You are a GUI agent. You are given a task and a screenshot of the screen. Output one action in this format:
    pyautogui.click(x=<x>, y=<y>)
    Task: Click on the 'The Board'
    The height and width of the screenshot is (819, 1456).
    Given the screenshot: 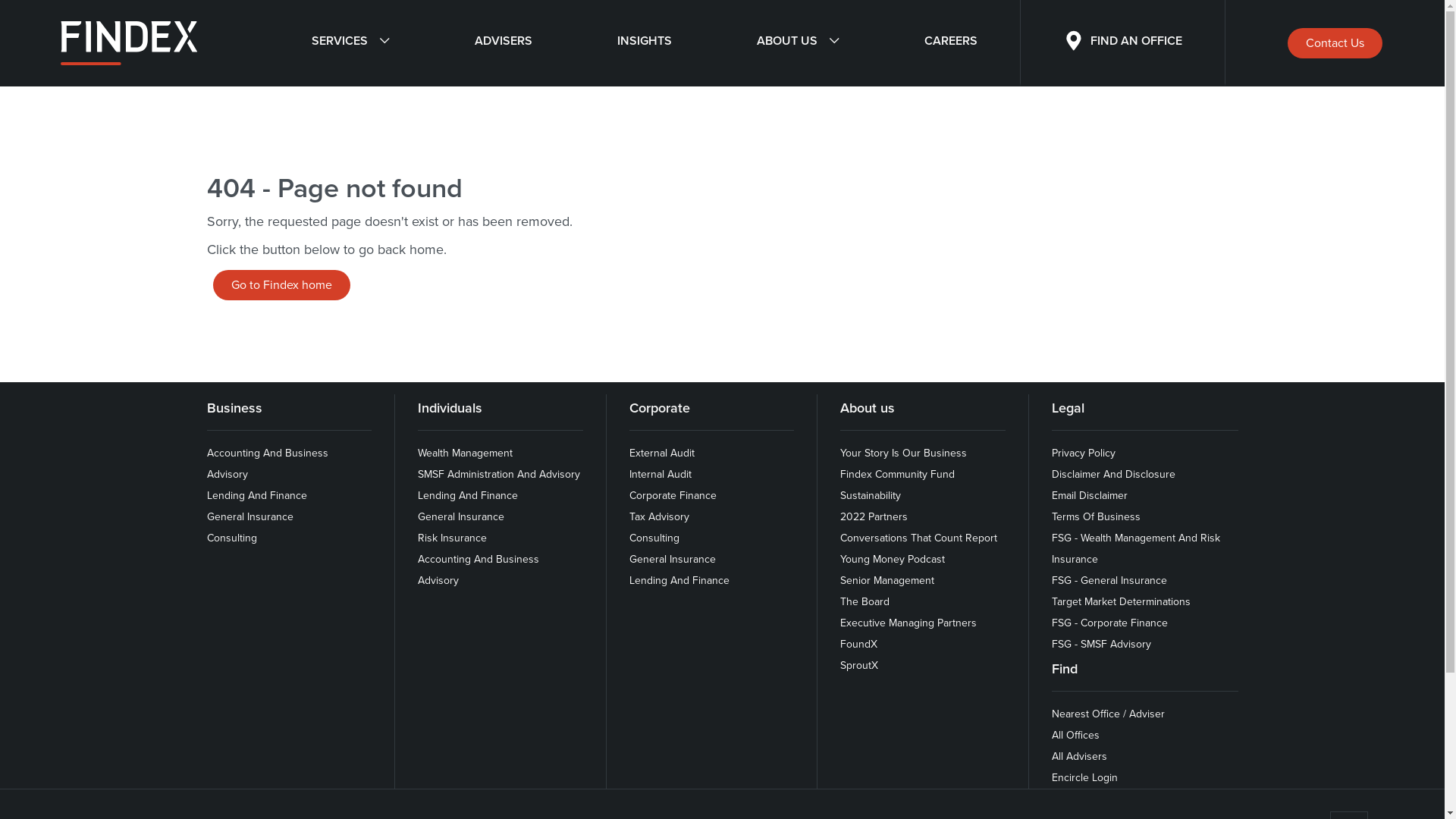 What is the action you would take?
    pyautogui.click(x=839, y=601)
    